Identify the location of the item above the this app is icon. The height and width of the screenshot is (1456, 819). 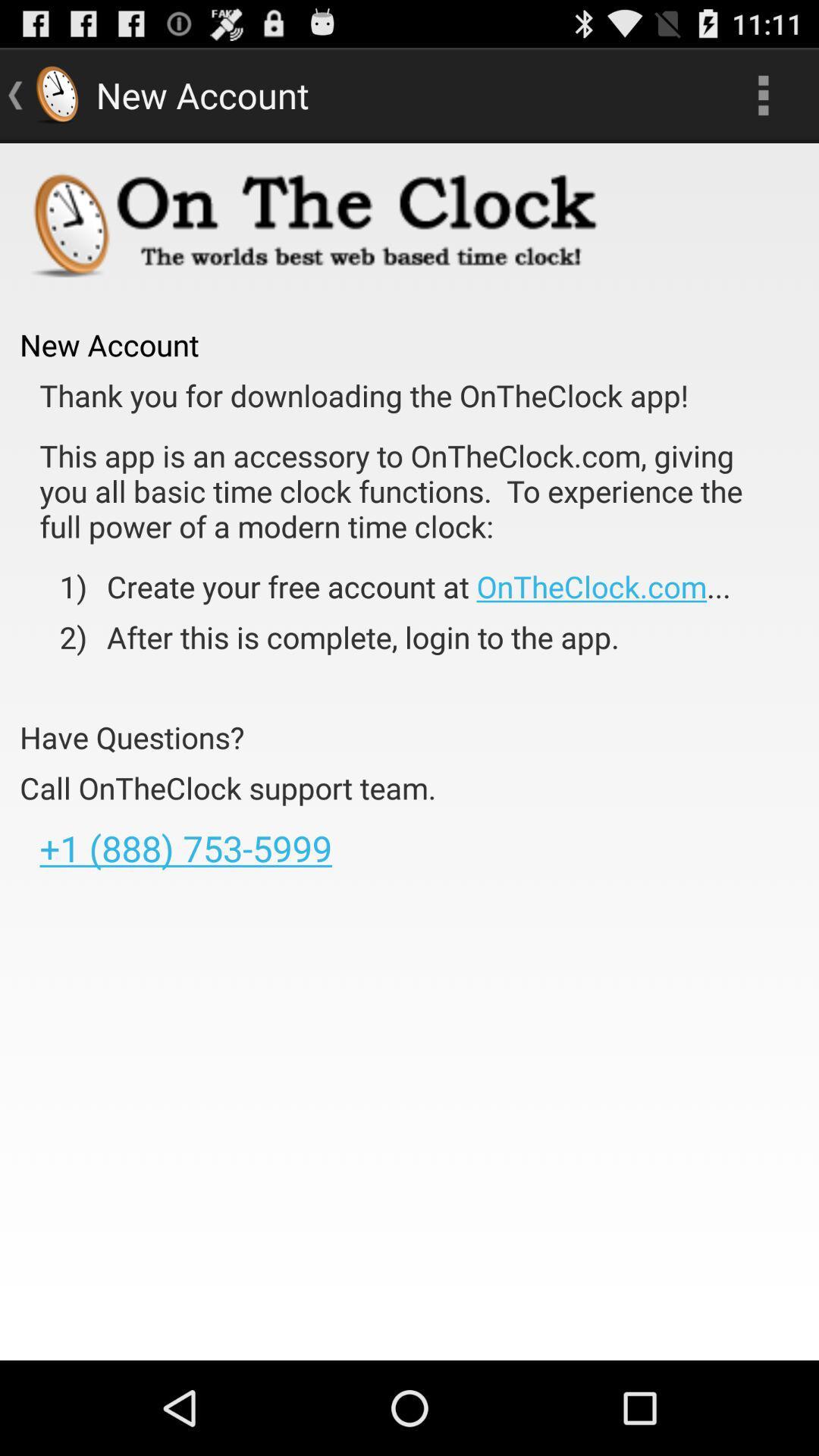
(364, 395).